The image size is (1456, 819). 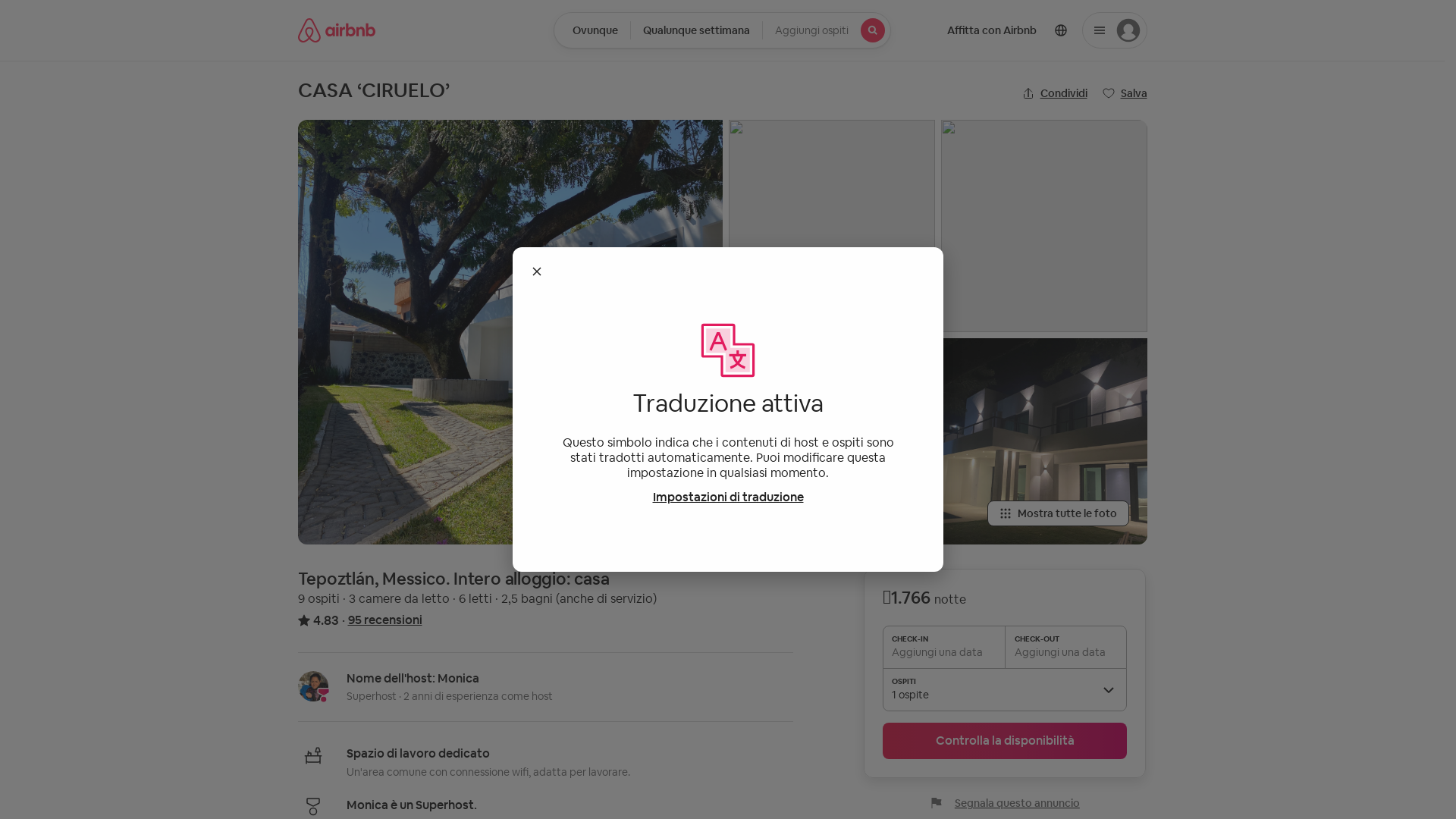 I want to click on 'Mostra tutte le foto', so click(x=1057, y=513).